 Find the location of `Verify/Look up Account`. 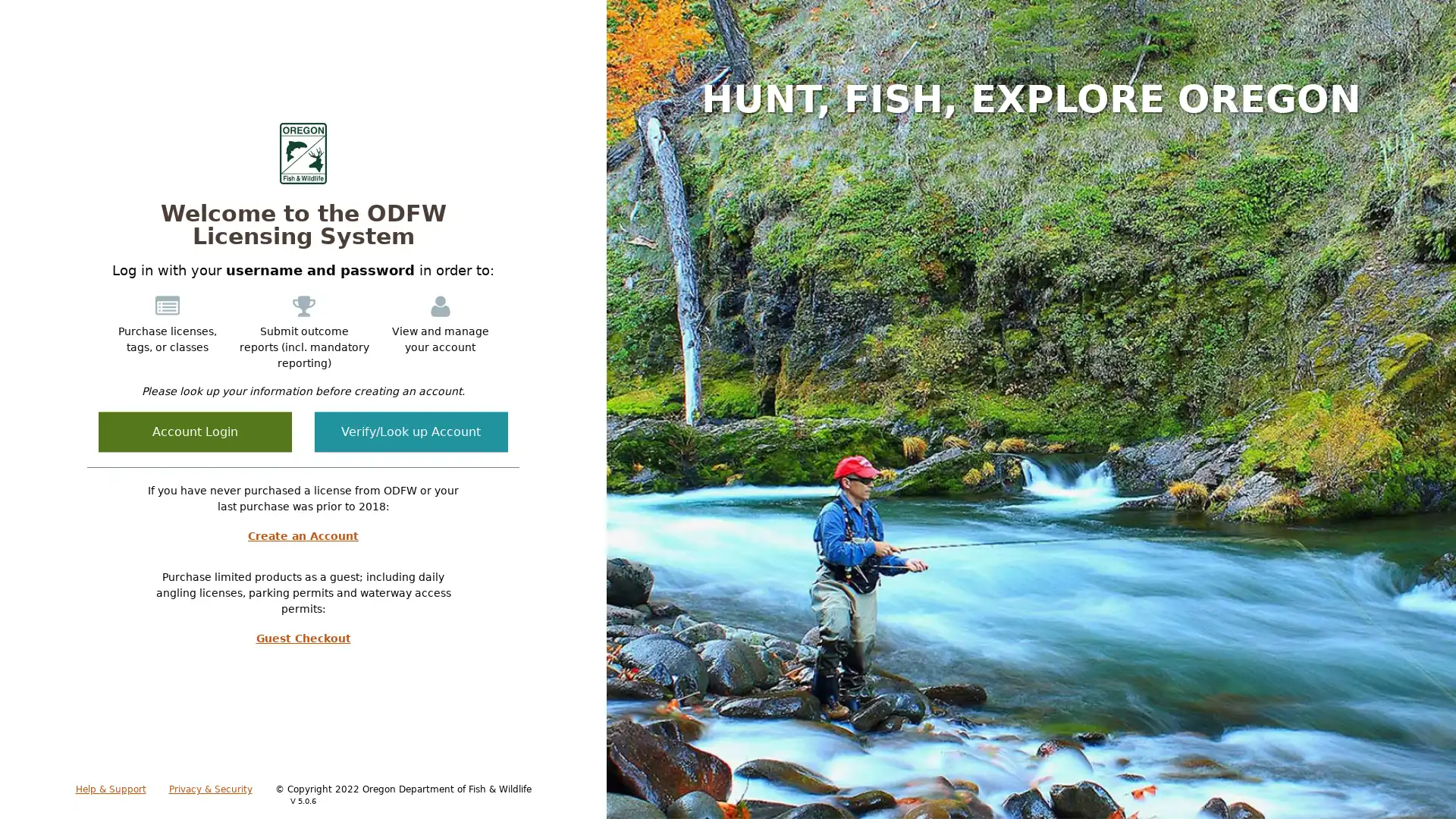

Verify/Look up Account is located at coordinates (411, 431).